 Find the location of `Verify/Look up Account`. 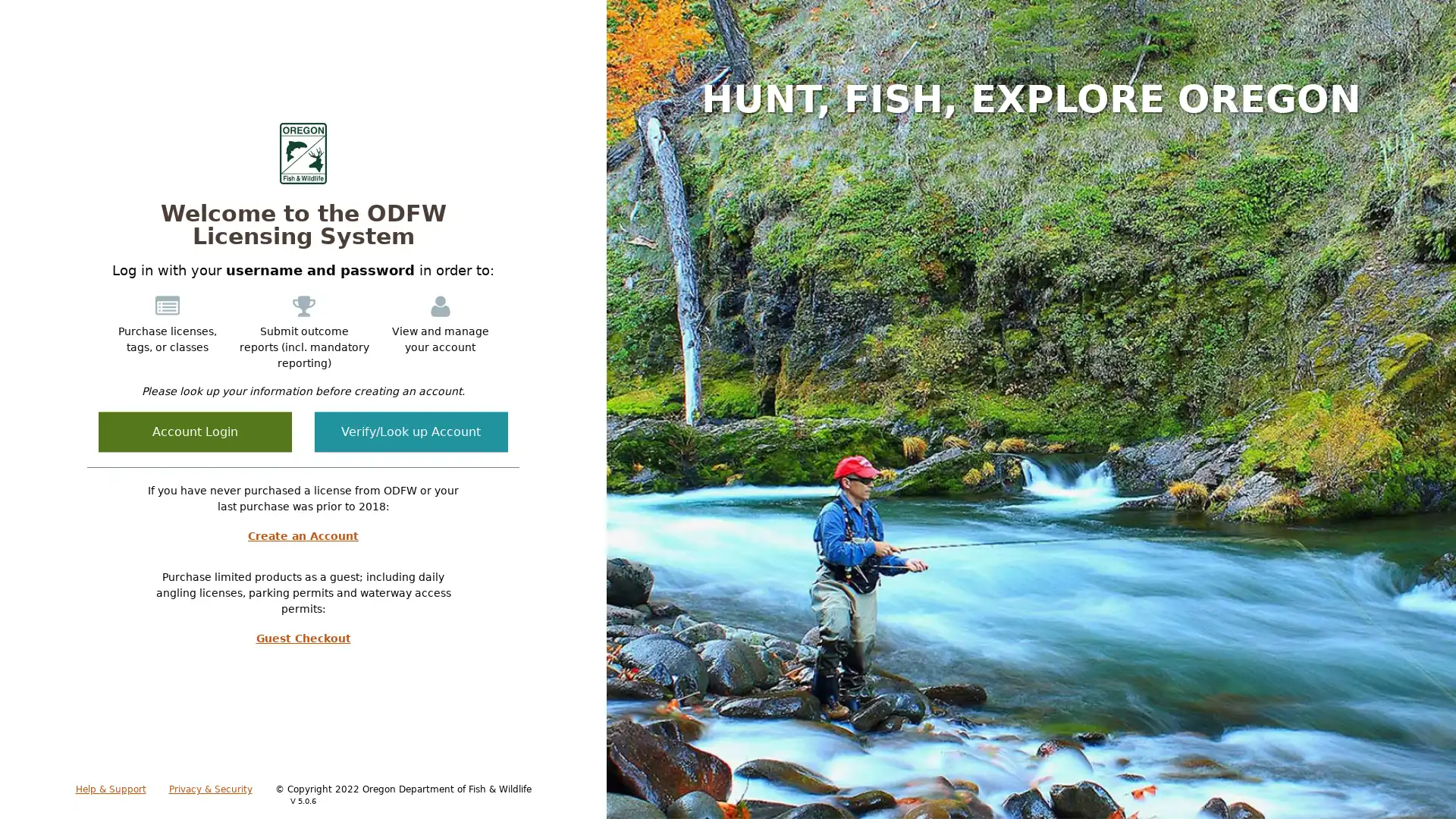

Verify/Look up Account is located at coordinates (411, 431).